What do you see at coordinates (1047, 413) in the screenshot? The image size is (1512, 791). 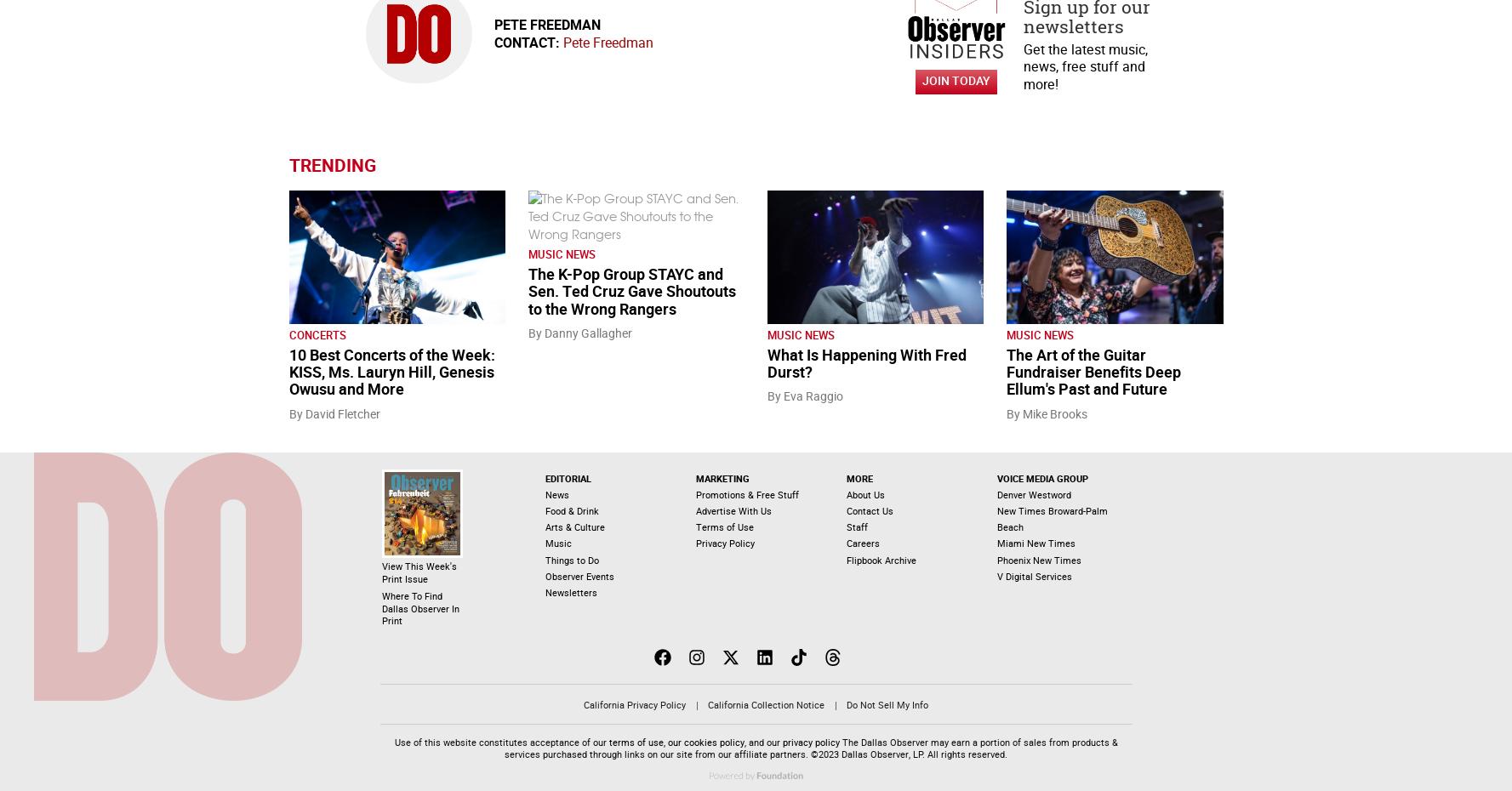 I see `'By Mike Brooks'` at bounding box center [1047, 413].